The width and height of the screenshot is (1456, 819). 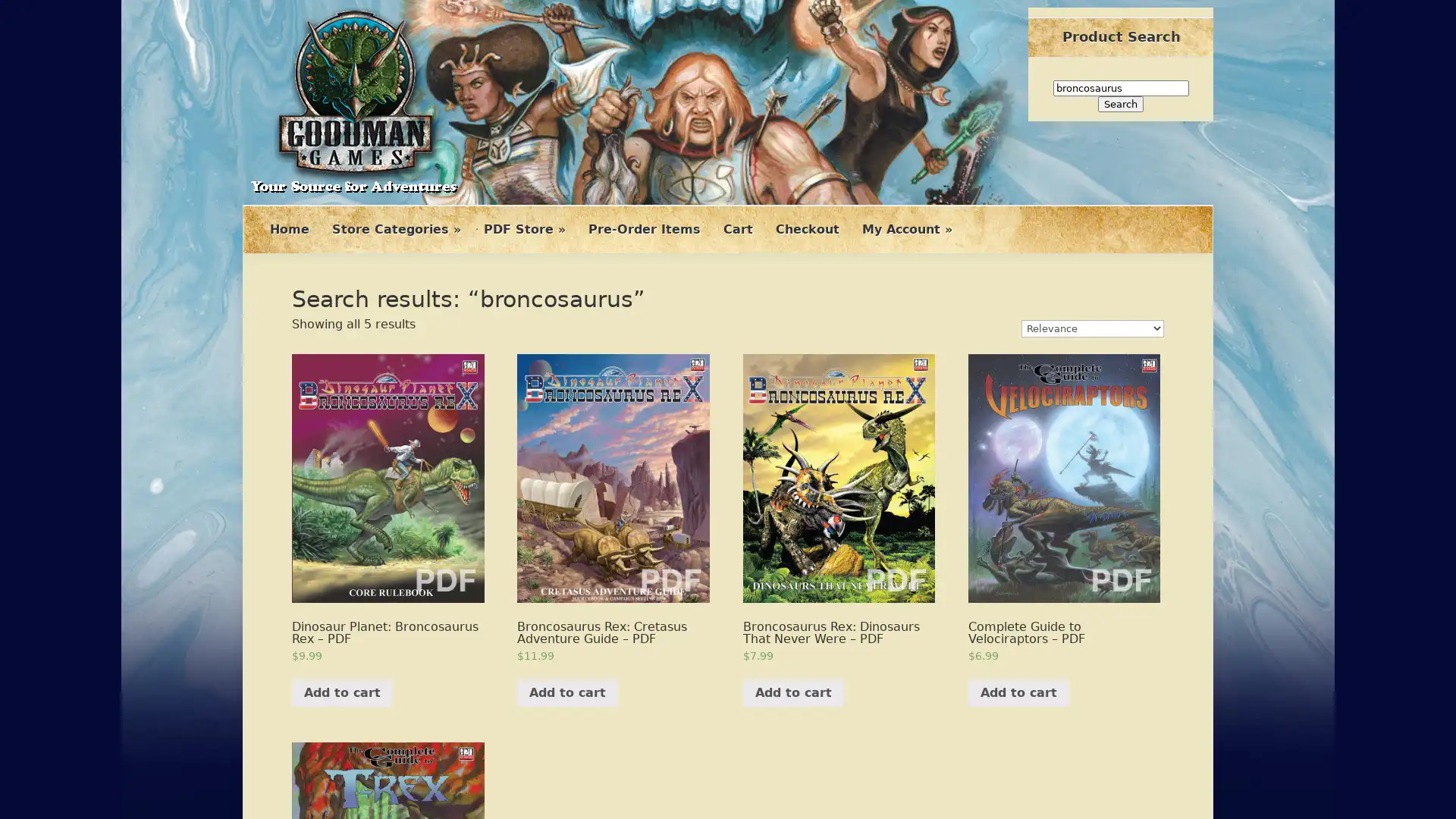 What do you see at coordinates (1121, 103) in the screenshot?
I see `Search` at bounding box center [1121, 103].